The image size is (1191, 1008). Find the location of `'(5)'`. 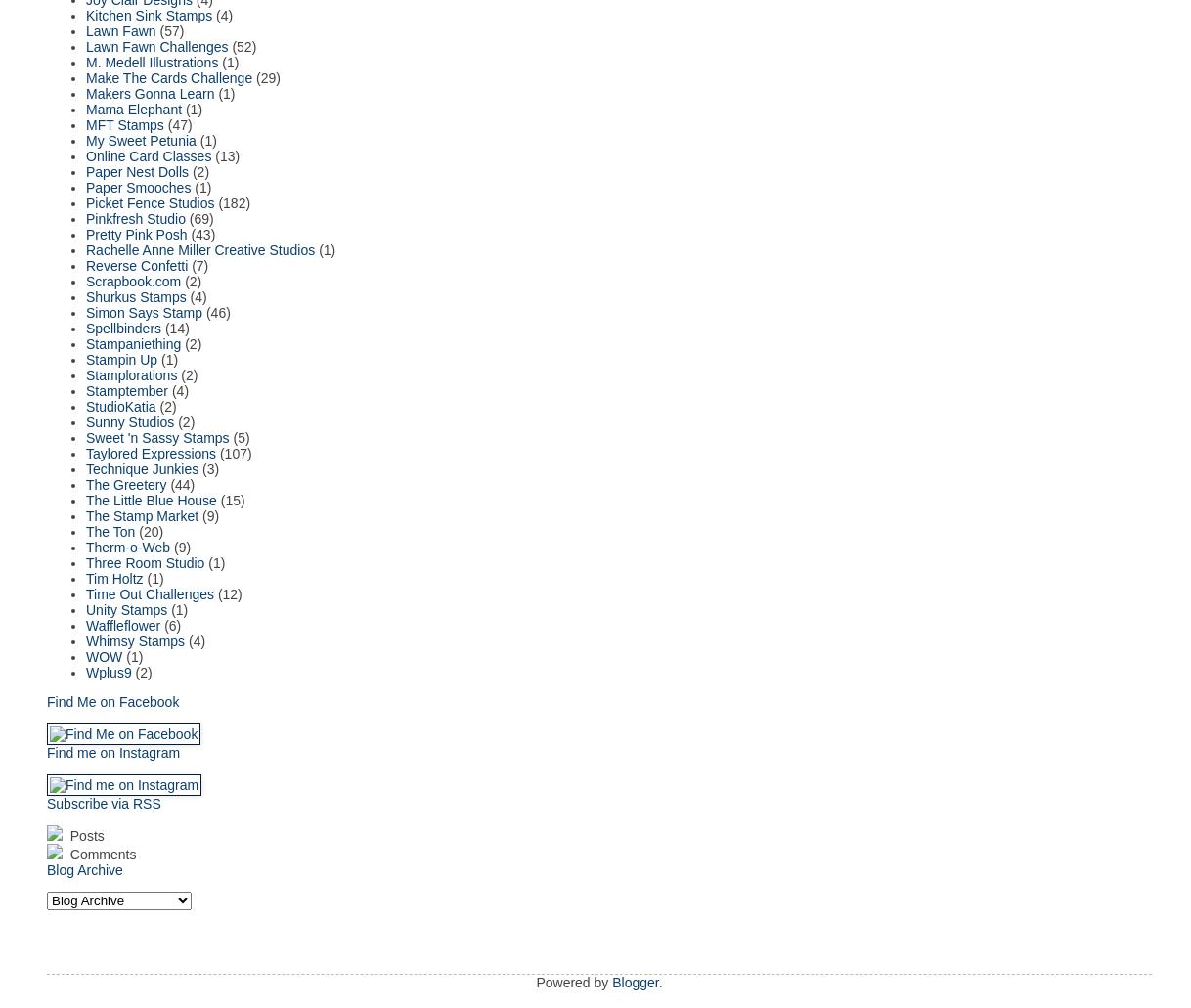

'(5)' is located at coordinates (240, 437).